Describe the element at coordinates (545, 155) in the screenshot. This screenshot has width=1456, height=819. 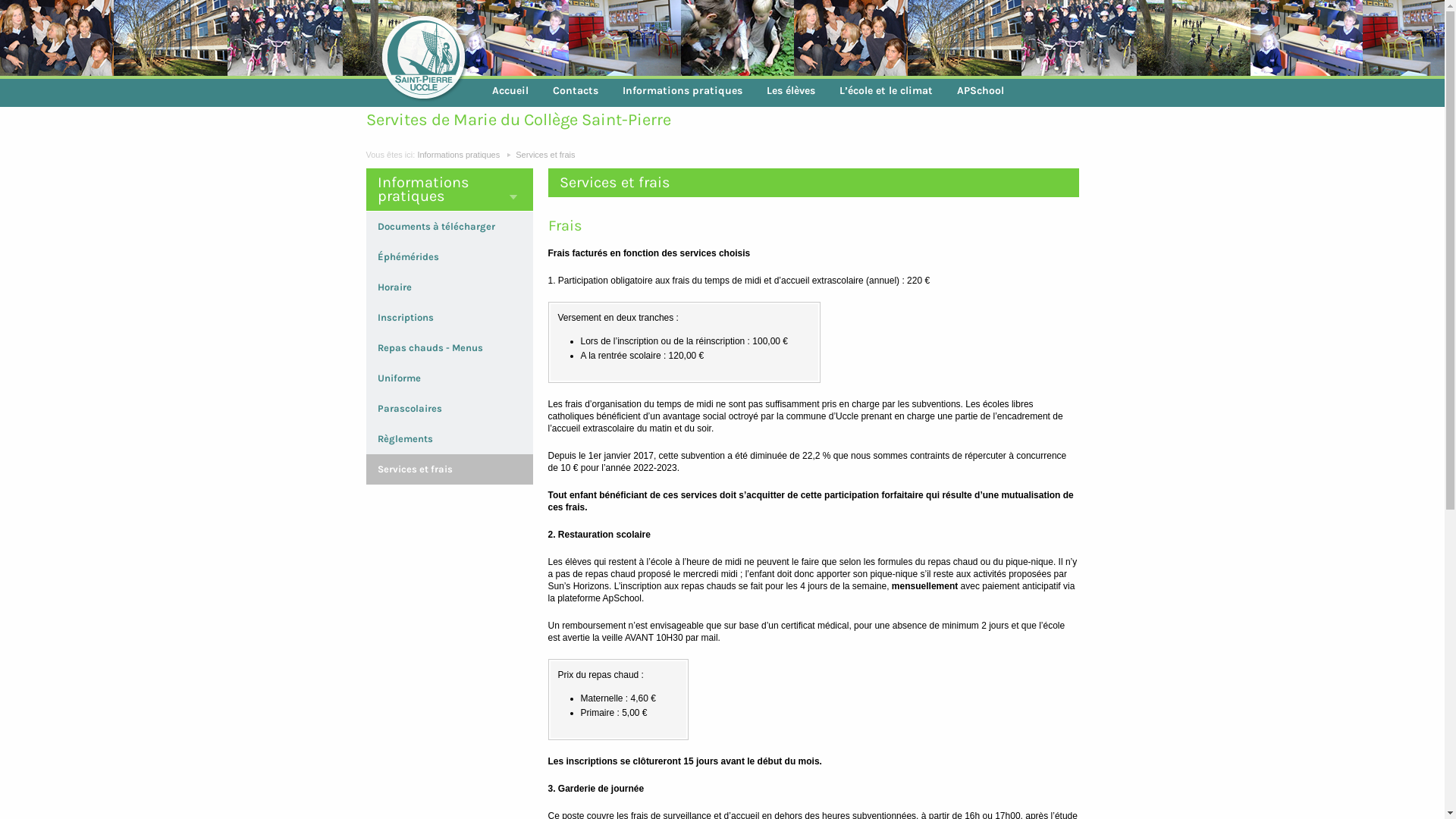
I see `'Services et frais'` at that location.